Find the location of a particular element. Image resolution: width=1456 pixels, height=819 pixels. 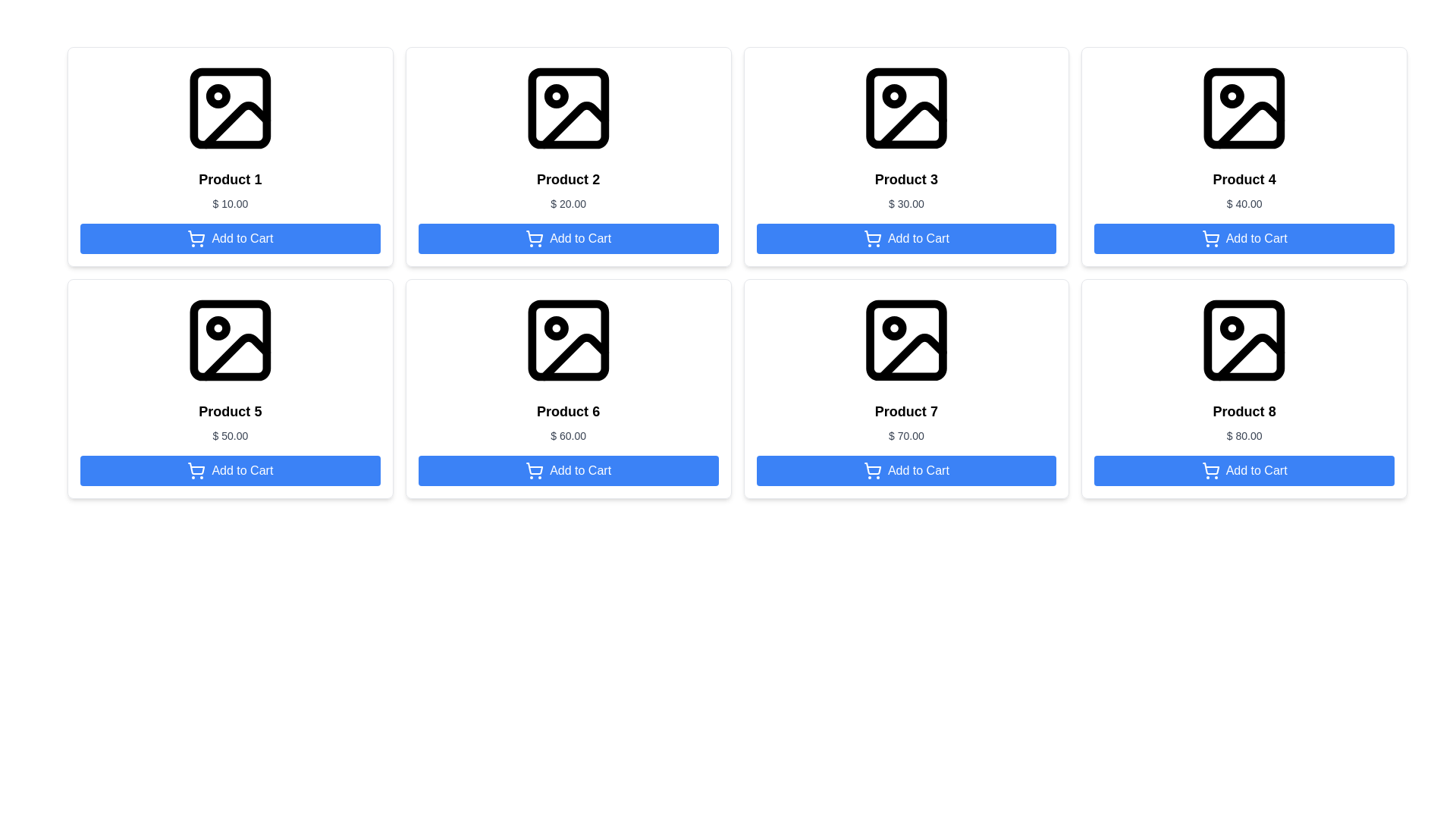

the SVG rectangle that serves as a decorative image placeholder in the 'Product 8' card is located at coordinates (1244, 339).